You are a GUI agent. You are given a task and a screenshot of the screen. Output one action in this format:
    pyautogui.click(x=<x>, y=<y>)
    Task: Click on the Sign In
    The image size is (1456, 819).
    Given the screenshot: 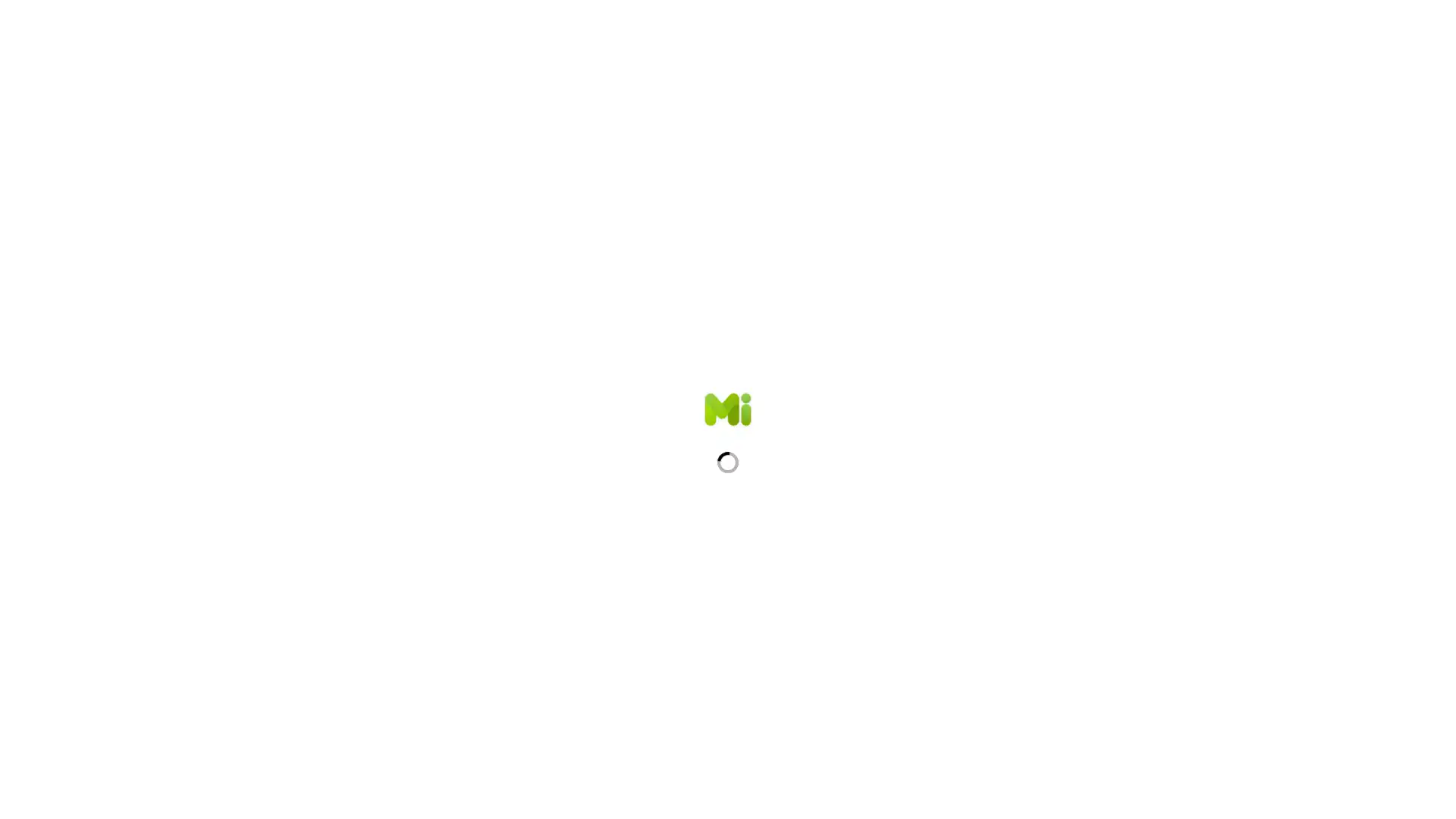 What is the action you would take?
    pyautogui.click(x=188, y=281)
    